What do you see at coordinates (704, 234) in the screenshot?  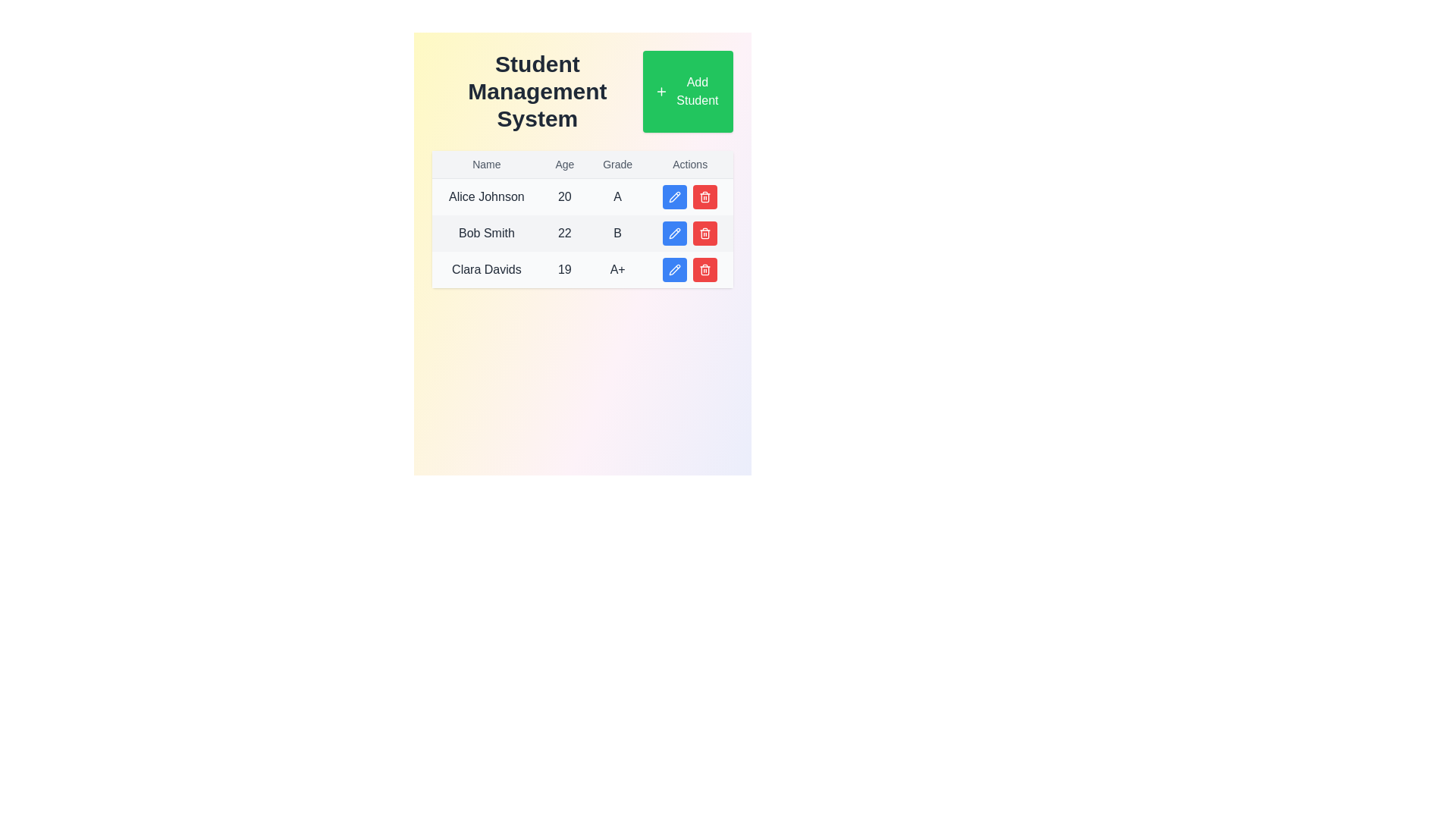 I see `the delete button for the row associated with Bob Smith in the Actions column` at bounding box center [704, 234].